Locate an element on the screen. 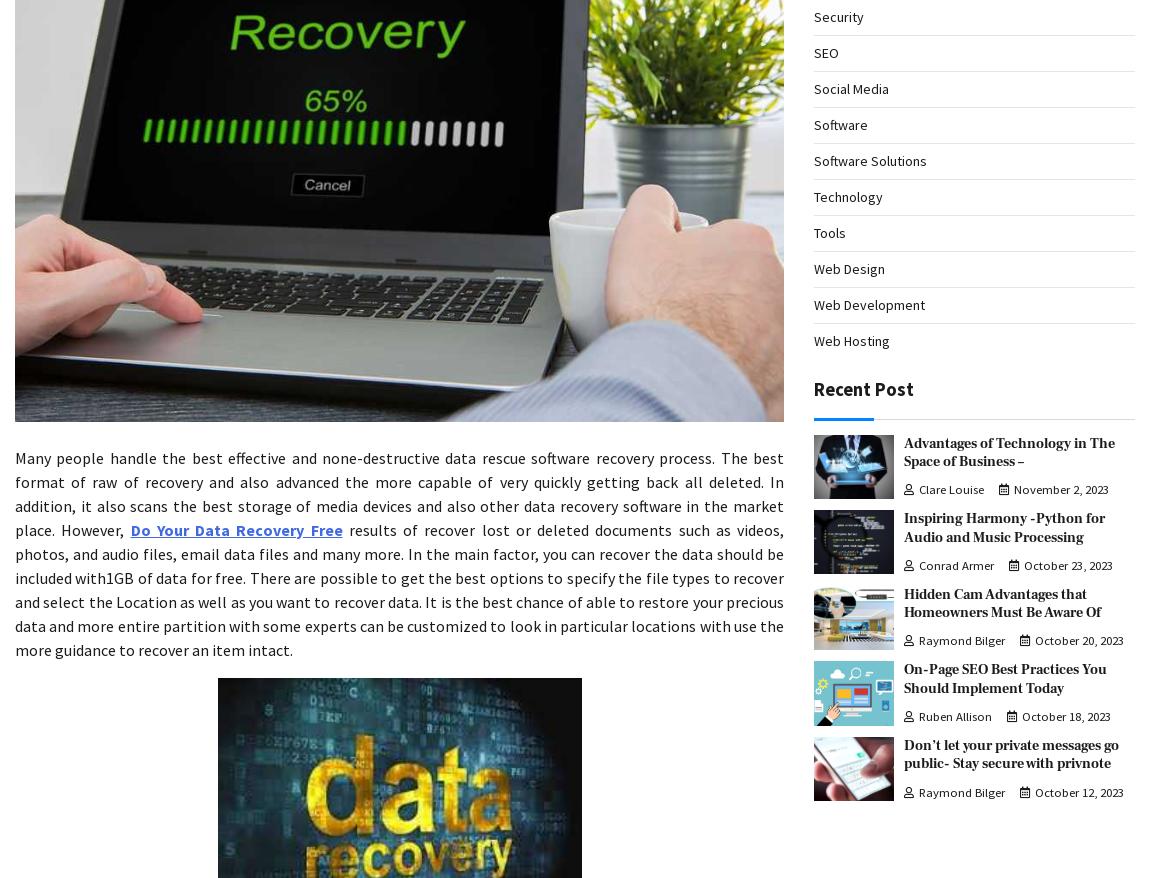 Image resolution: width=1150 pixels, height=878 pixels. 'Web Development' is located at coordinates (869, 302).